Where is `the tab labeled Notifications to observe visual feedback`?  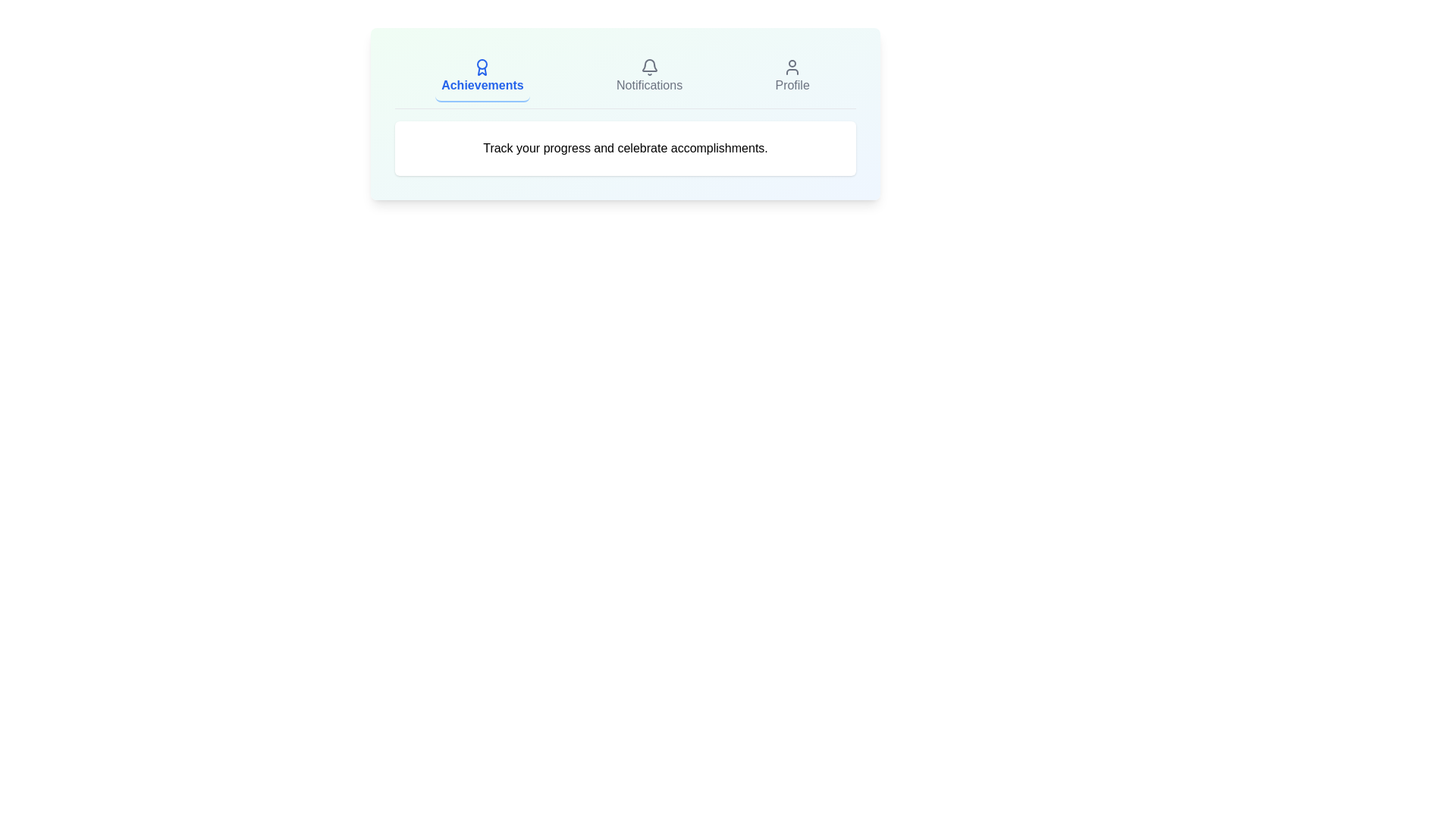 the tab labeled Notifications to observe visual feedback is located at coordinates (649, 77).